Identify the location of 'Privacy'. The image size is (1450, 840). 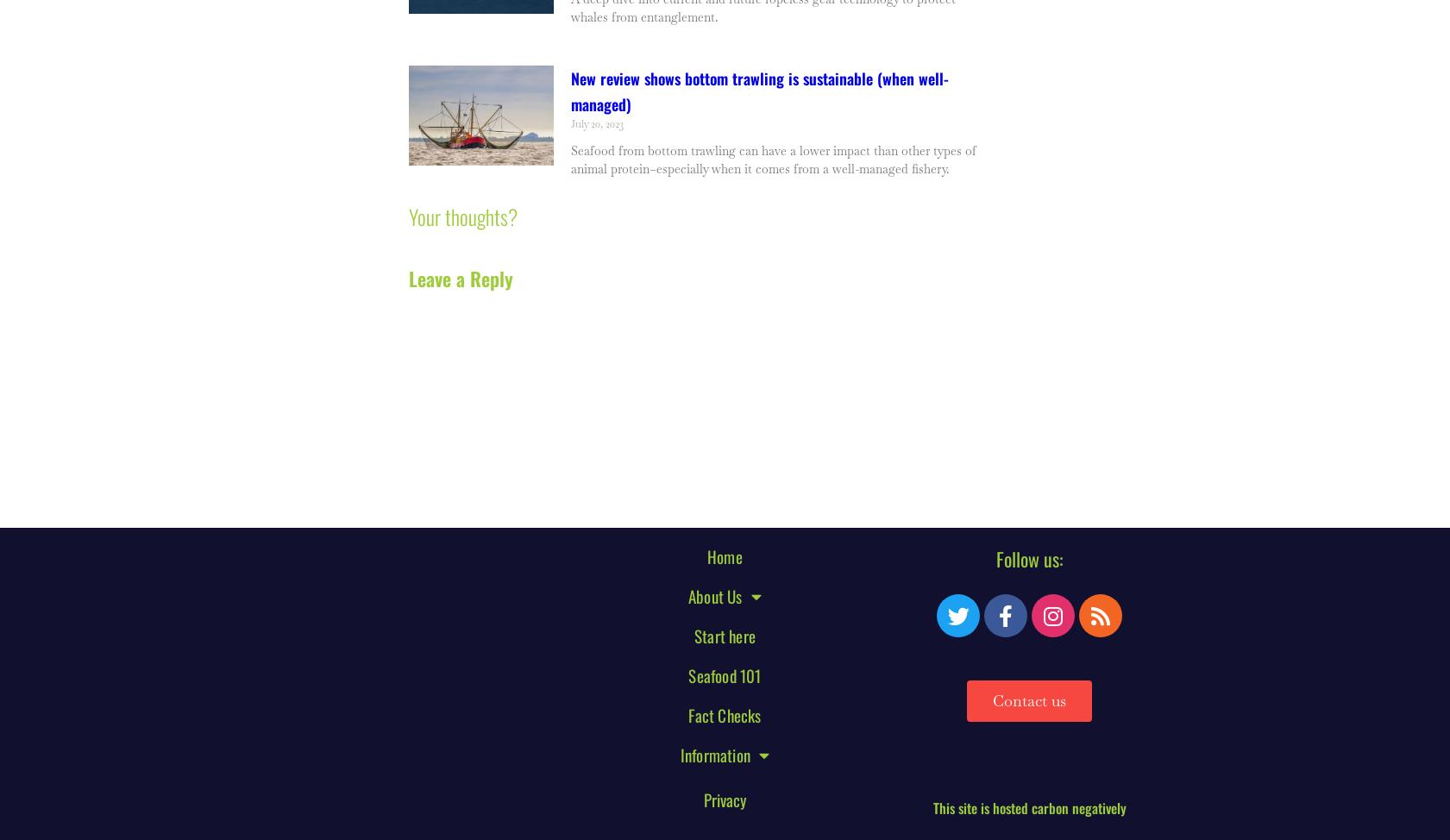
(723, 798).